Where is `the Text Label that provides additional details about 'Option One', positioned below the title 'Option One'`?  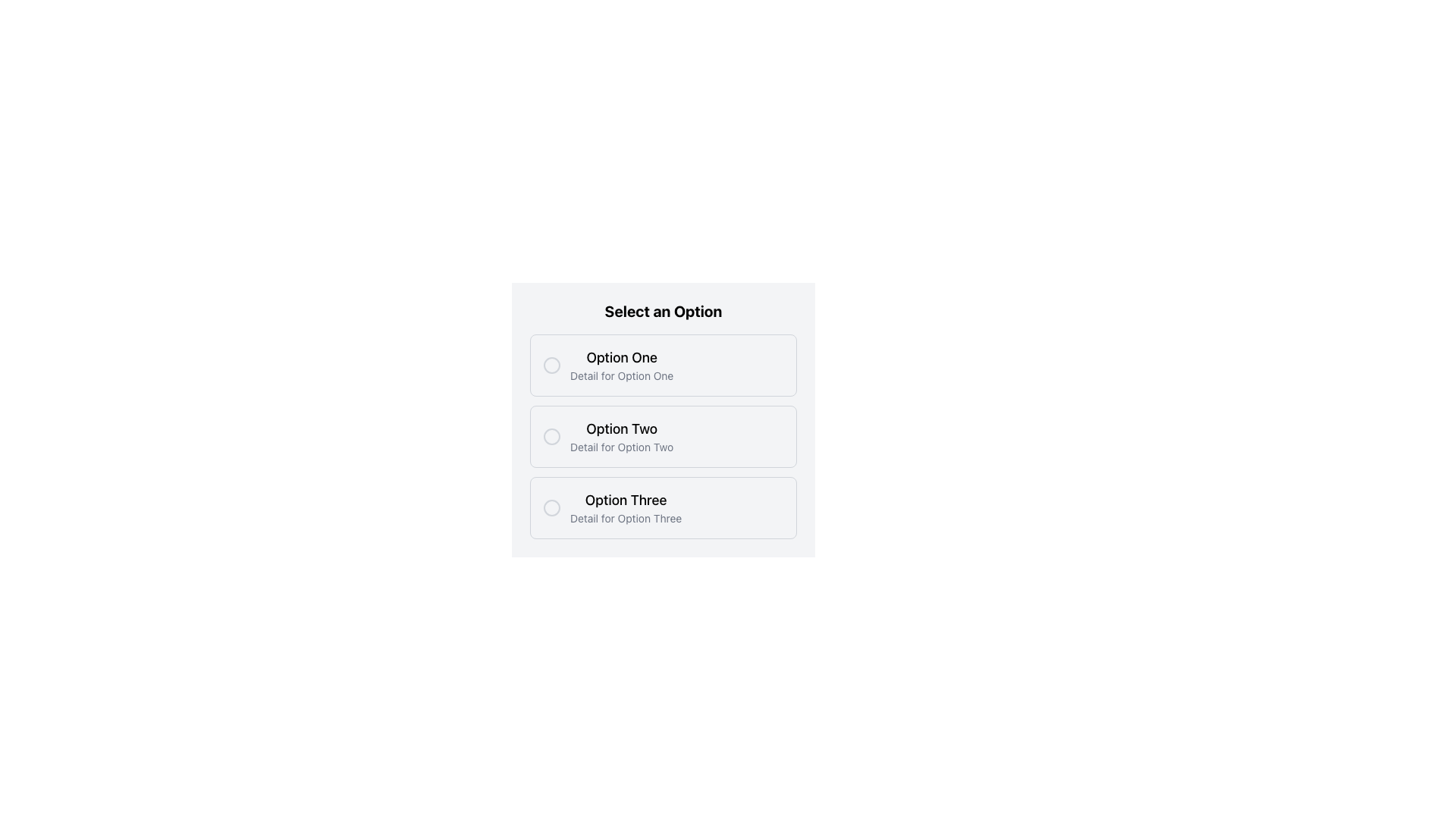
the Text Label that provides additional details about 'Option One', positioned below the title 'Option One' is located at coordinates (622, 375).